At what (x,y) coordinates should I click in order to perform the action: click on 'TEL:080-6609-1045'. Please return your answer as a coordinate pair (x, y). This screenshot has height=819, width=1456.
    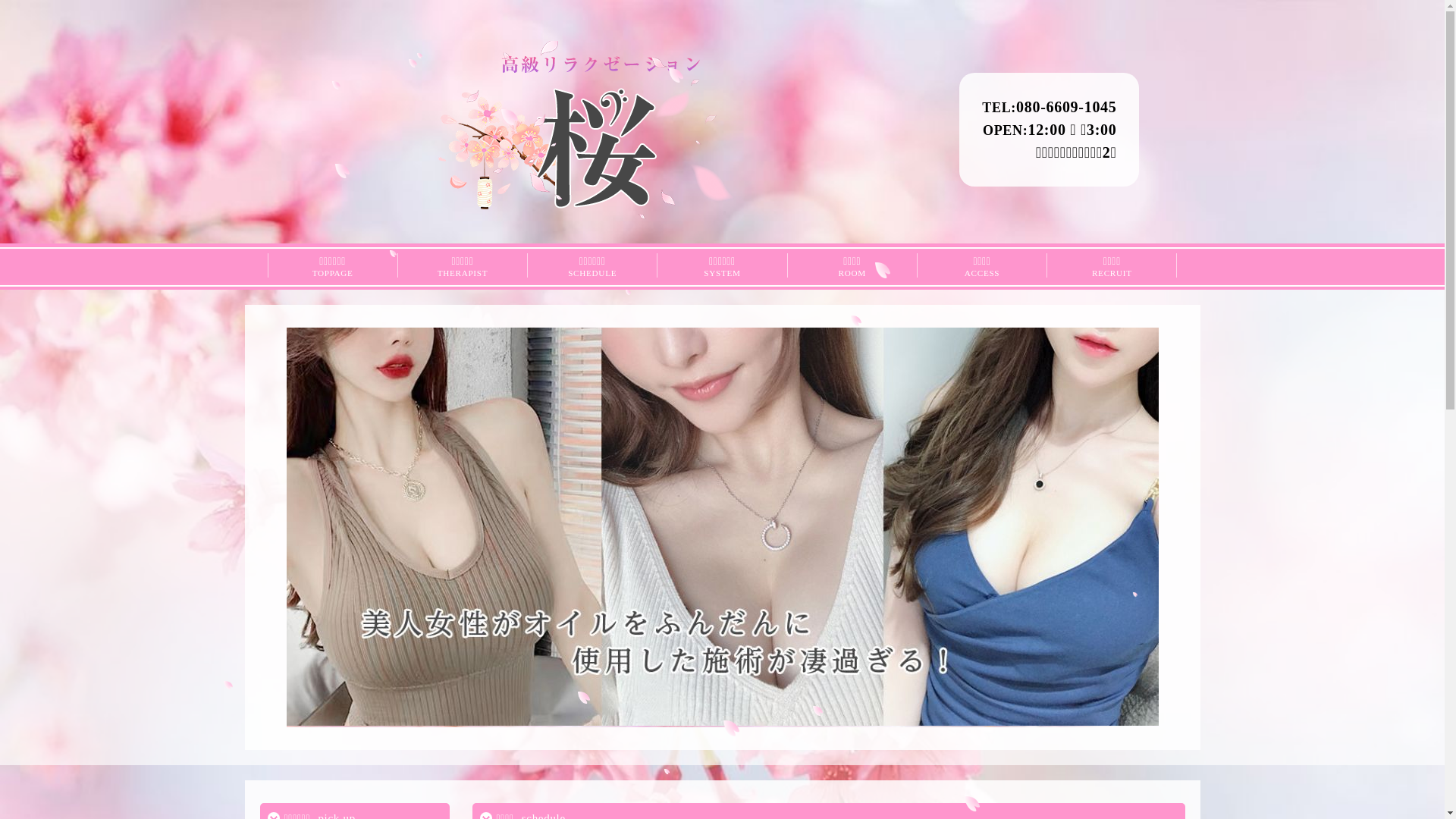
    Looking at the image, I should click on (982, 106).